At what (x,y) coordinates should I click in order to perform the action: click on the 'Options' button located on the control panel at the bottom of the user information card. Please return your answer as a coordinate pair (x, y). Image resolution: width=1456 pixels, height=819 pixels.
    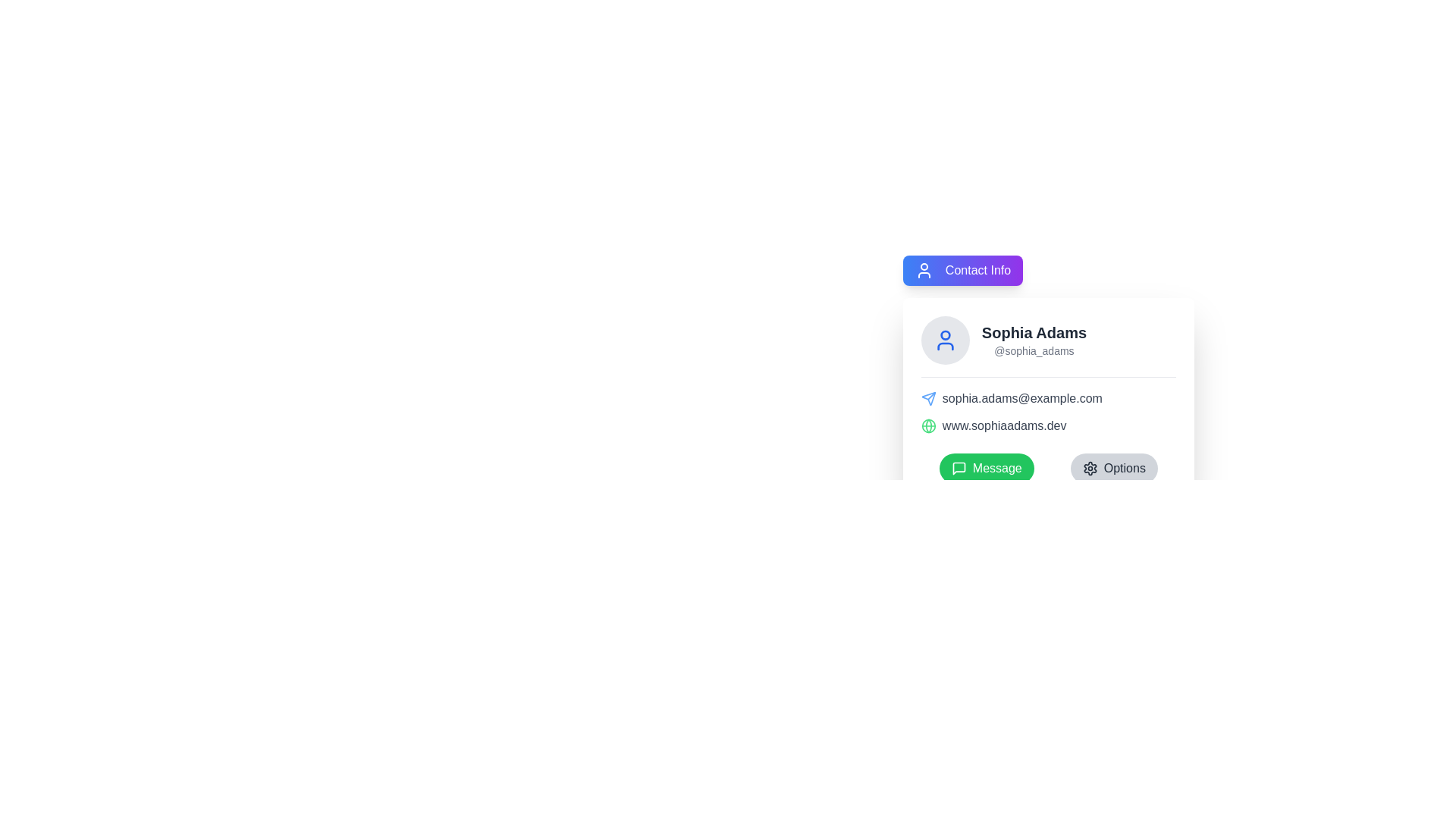
    Looking at the image, I should click on (1047, 467).